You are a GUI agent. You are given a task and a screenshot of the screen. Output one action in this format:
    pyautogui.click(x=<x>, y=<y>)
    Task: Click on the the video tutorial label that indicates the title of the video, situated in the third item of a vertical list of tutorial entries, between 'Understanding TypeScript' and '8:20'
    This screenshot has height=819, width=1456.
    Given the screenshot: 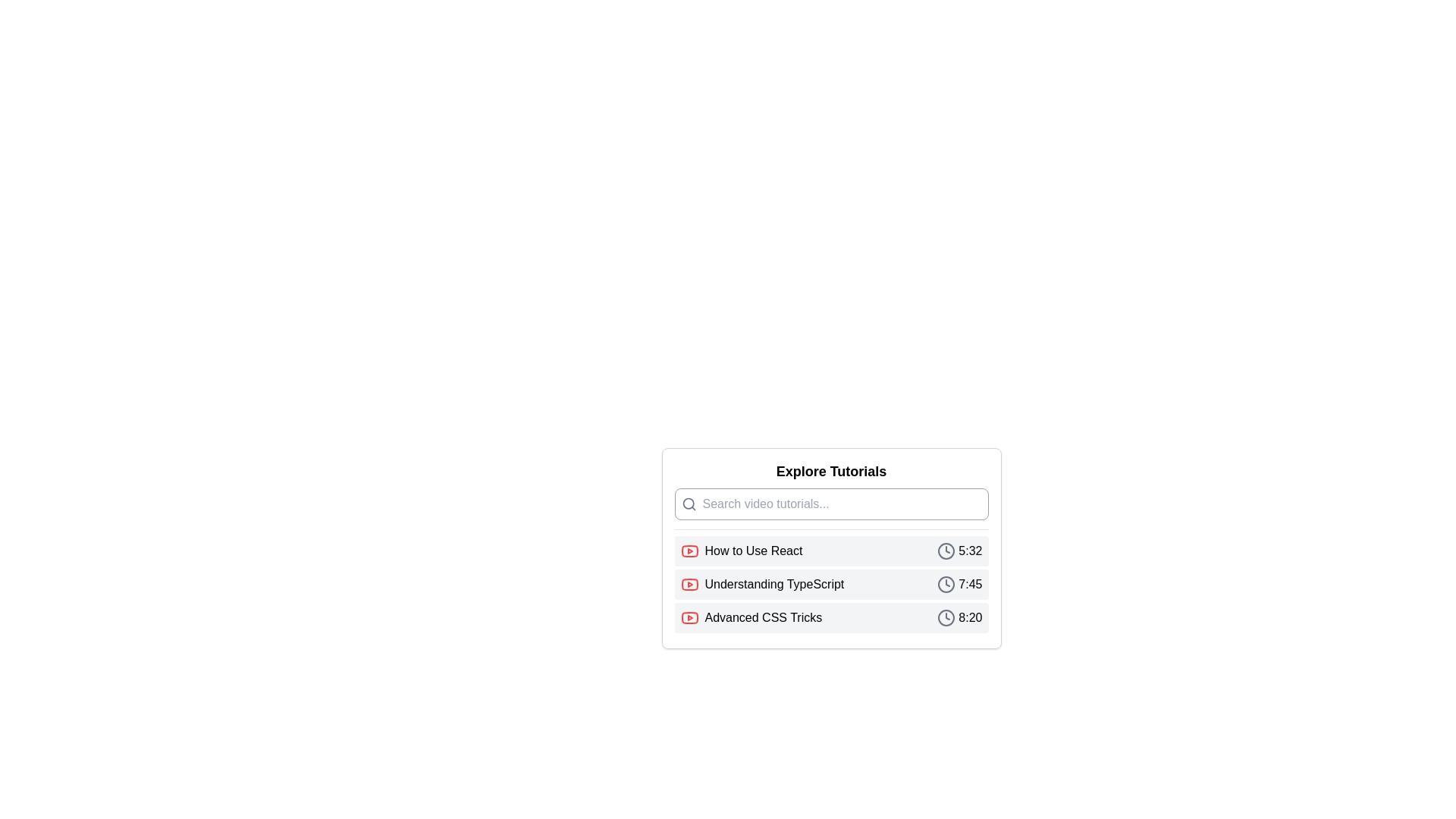 What is the action you would take?
    pyautogui.click(x=751, y=617)
    